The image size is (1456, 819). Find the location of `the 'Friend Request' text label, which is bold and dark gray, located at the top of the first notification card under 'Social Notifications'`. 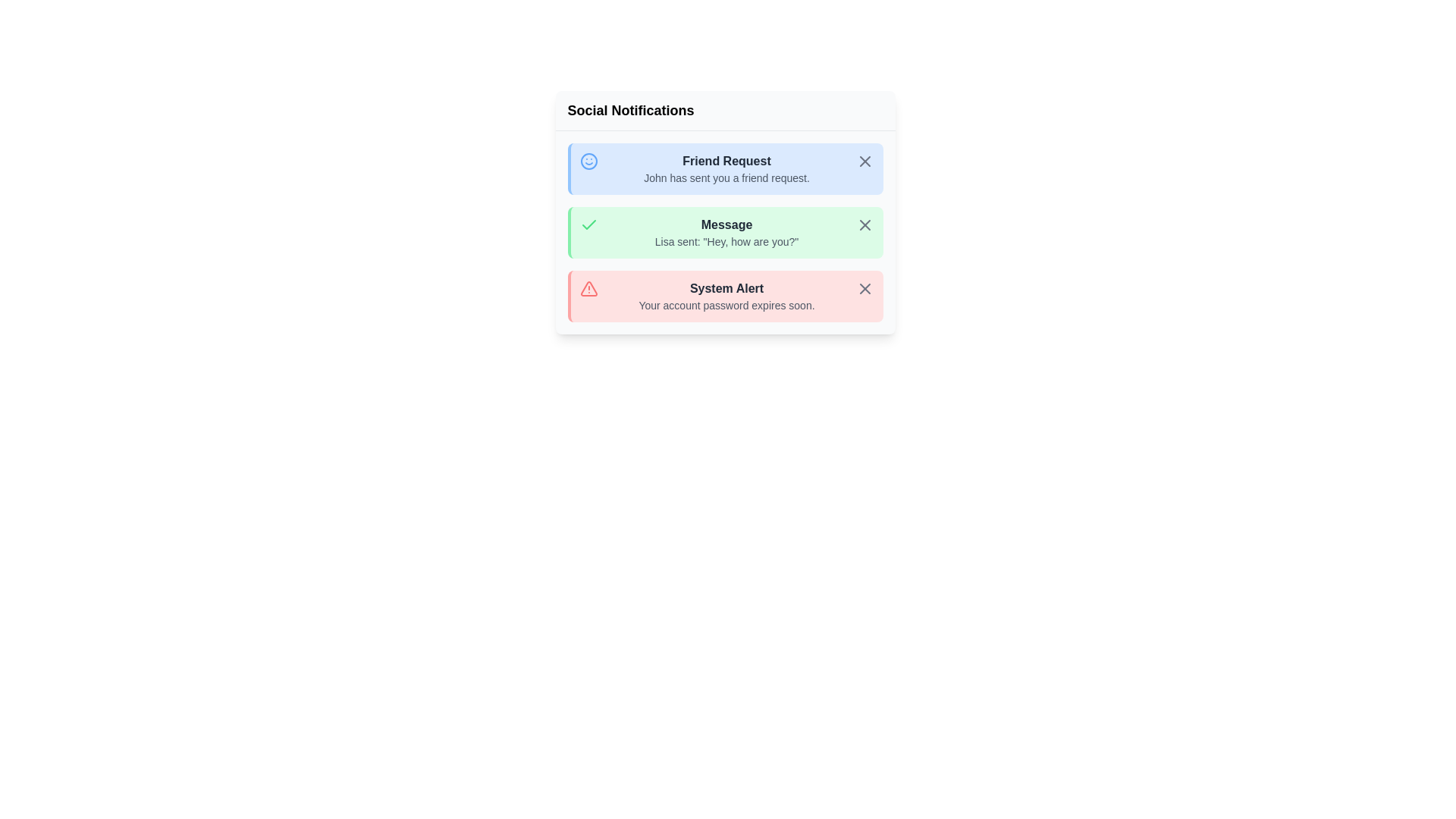

the 'Friend Request' text label, which is bold and dark gray, located at the top of the first notification card under 'Social Notifications' is located at coordinates (726, 161).